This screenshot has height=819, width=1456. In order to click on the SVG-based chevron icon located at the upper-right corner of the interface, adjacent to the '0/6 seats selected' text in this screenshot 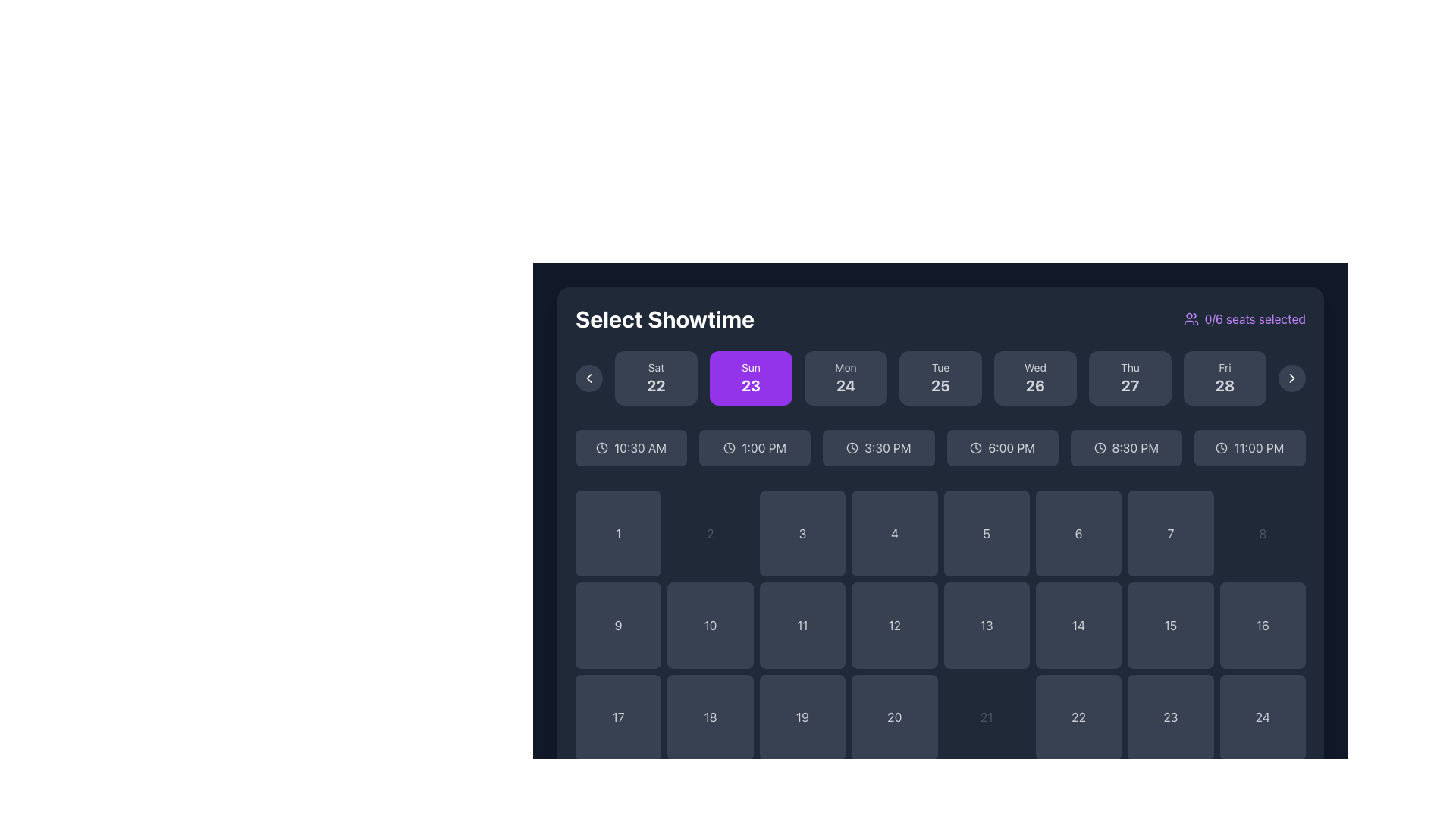, I will do `click(1291, 377)`.